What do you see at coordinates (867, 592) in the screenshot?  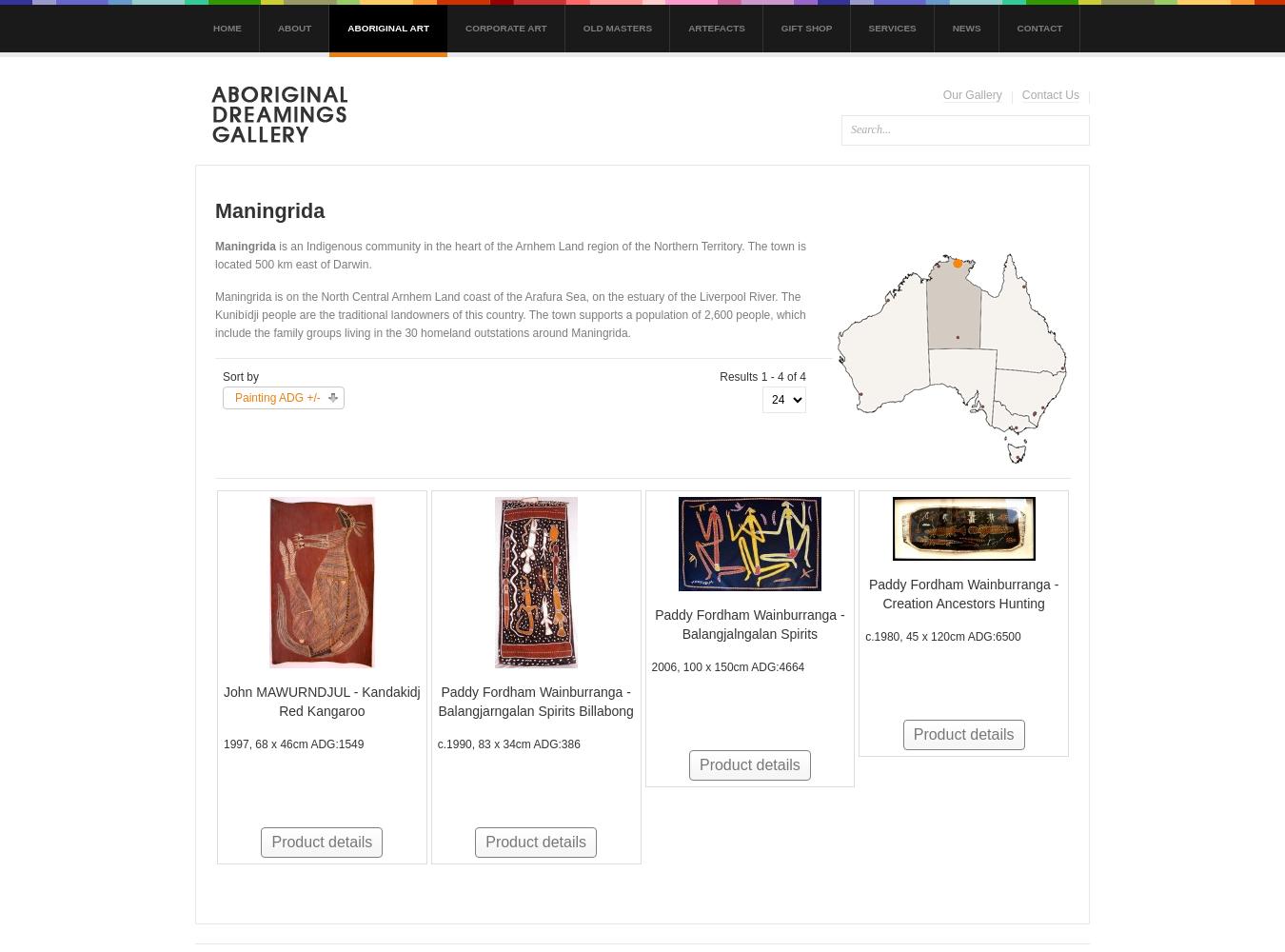 I see `'Paddy Fordham Wainburranga - Creation Ancestors Hunting'` at bounding box center [867, 592].